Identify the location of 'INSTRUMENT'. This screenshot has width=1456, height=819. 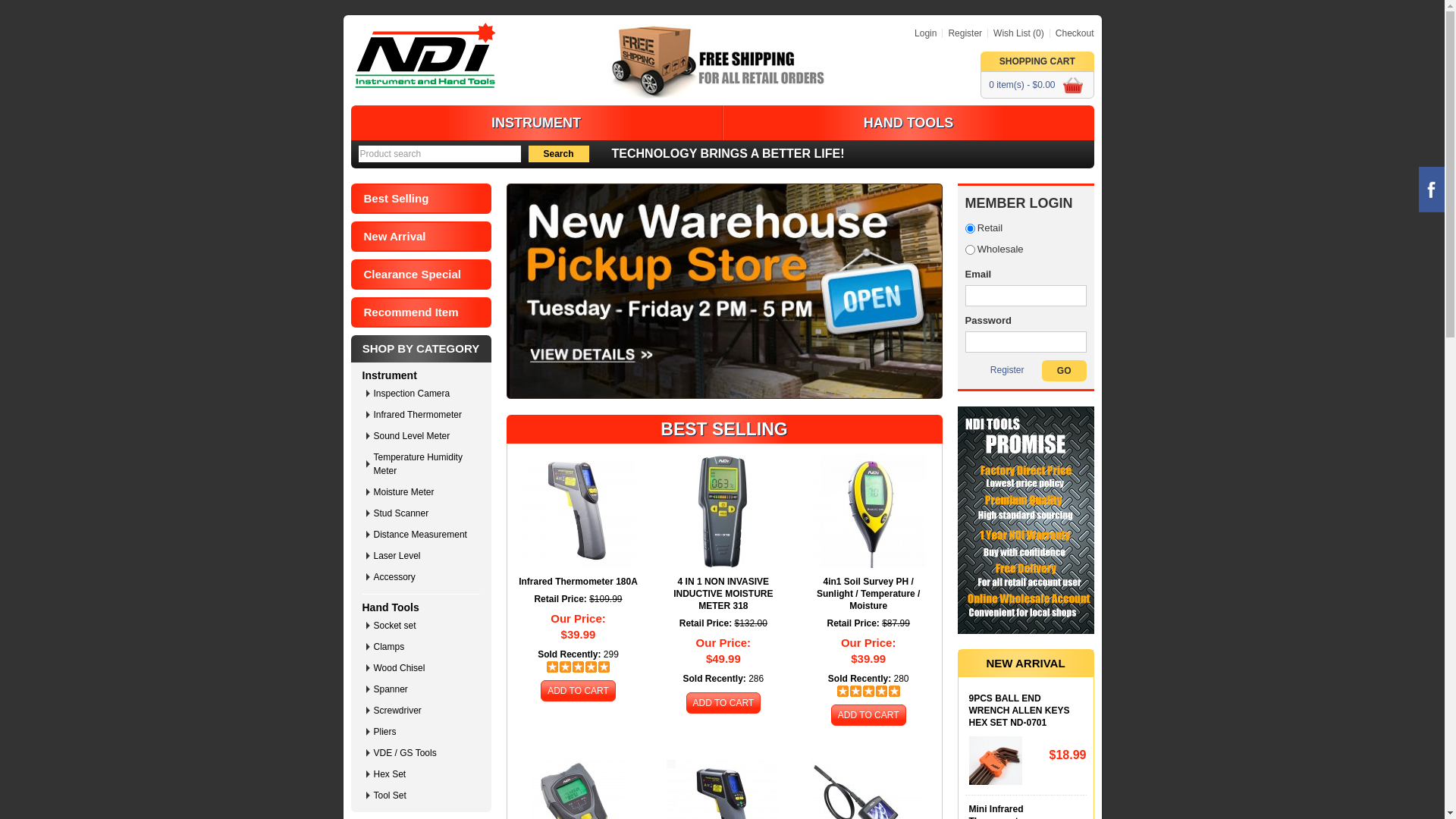
(535, 122).